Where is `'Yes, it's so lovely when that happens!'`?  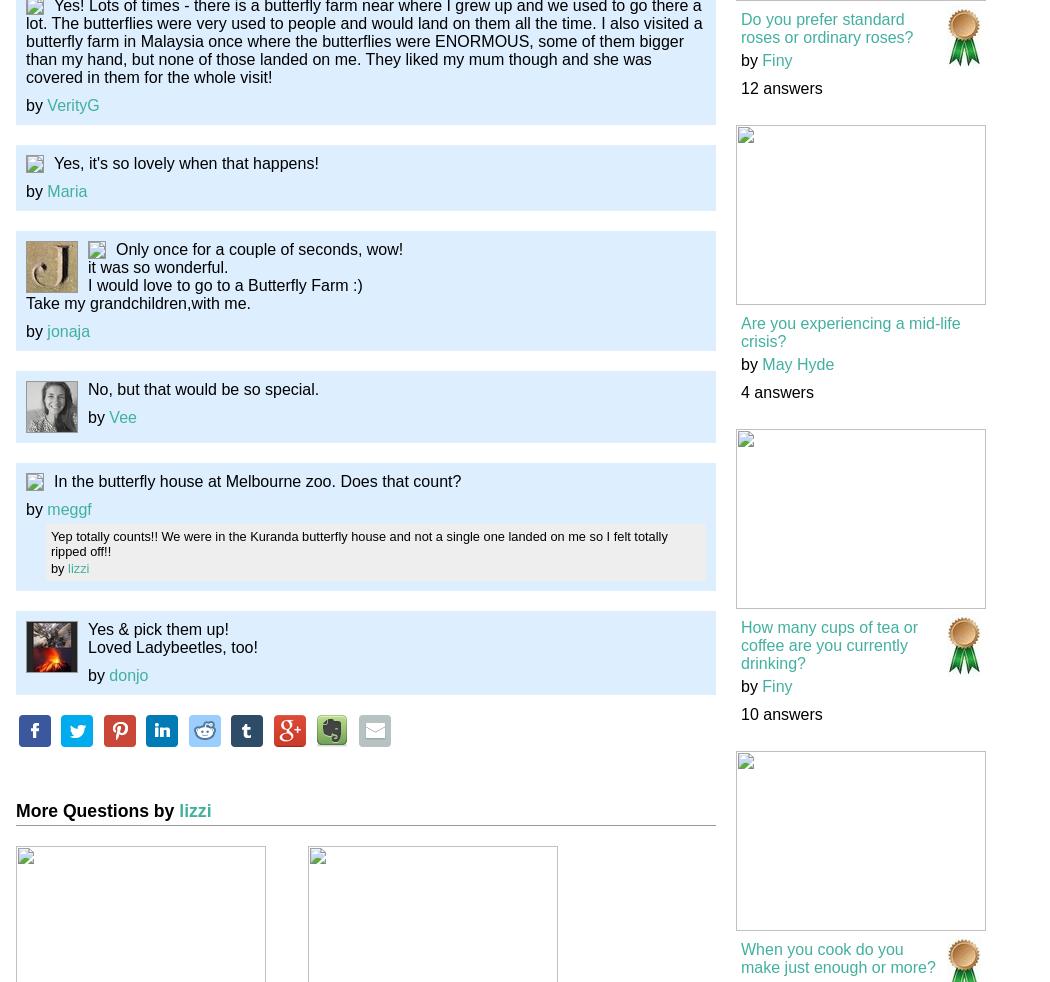
'Yes, it's so lovely when that happens!' is located at coordinates (185, 161).